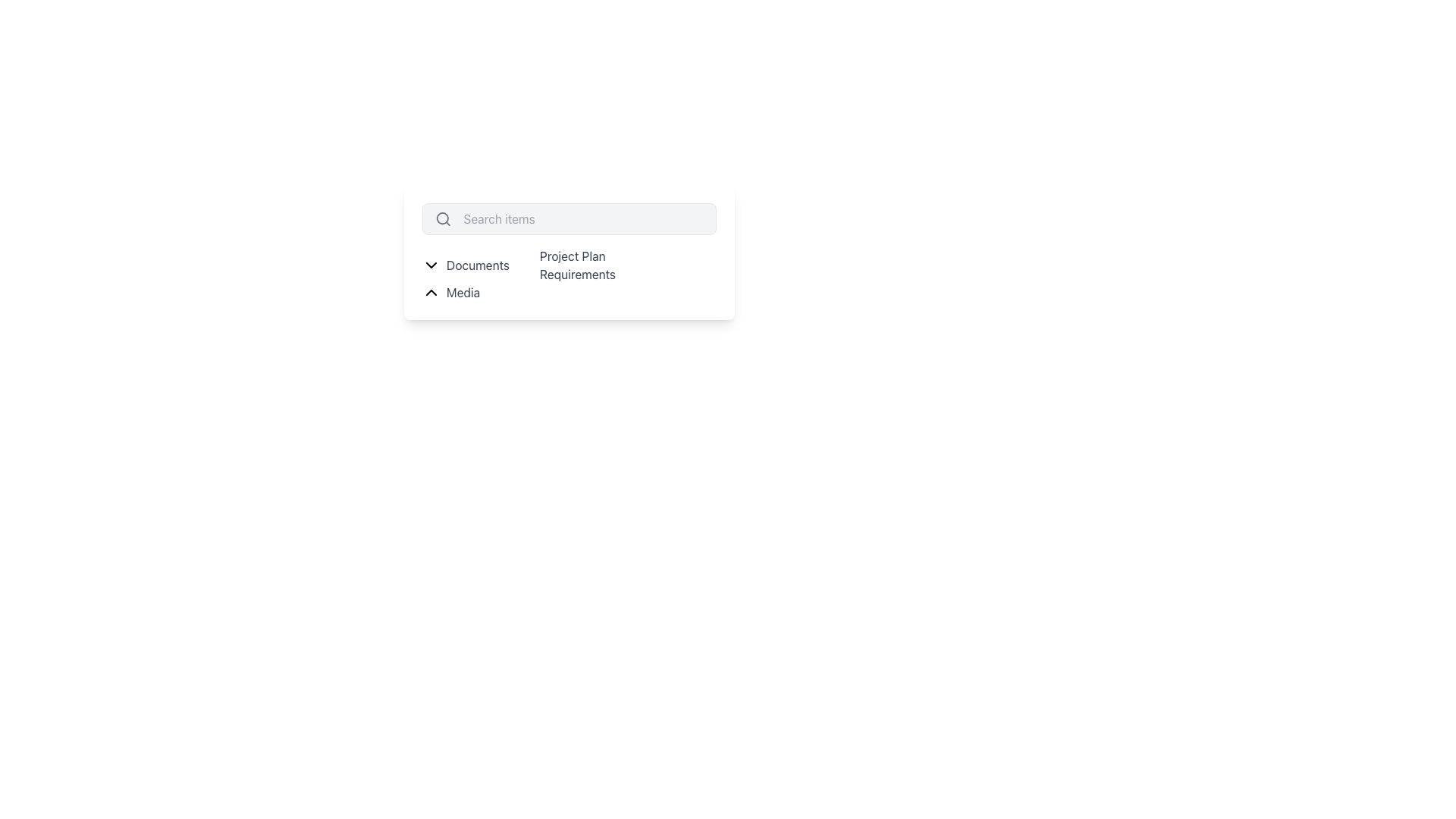 This screenshot has width=1456, height=819. I want to click on the 'Requirements' Text Label located under the 'Documents' section, so click(577, 275).